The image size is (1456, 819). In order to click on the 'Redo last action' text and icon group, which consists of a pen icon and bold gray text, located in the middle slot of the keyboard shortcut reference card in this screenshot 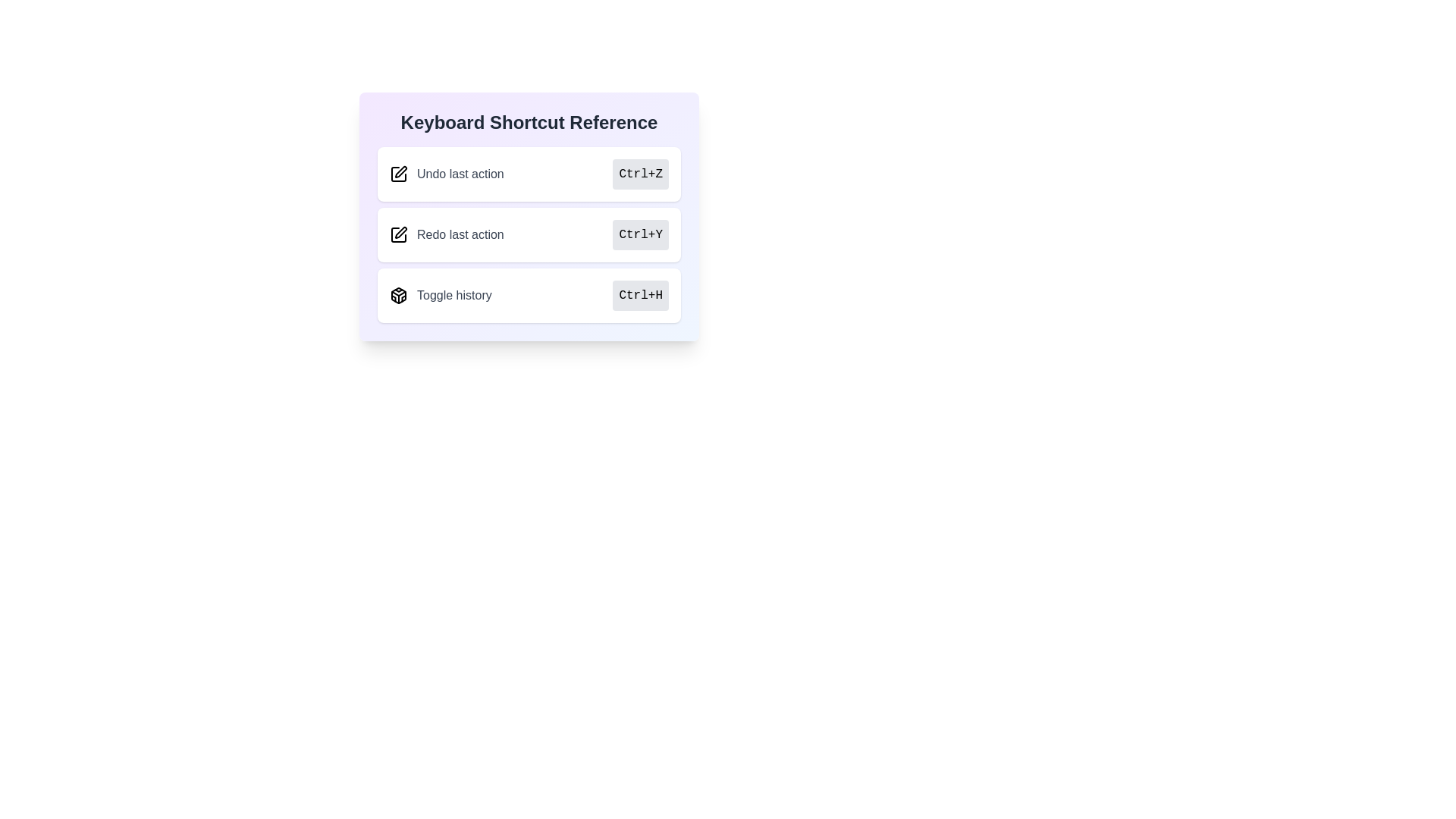, I will do `click(446, 234)`.